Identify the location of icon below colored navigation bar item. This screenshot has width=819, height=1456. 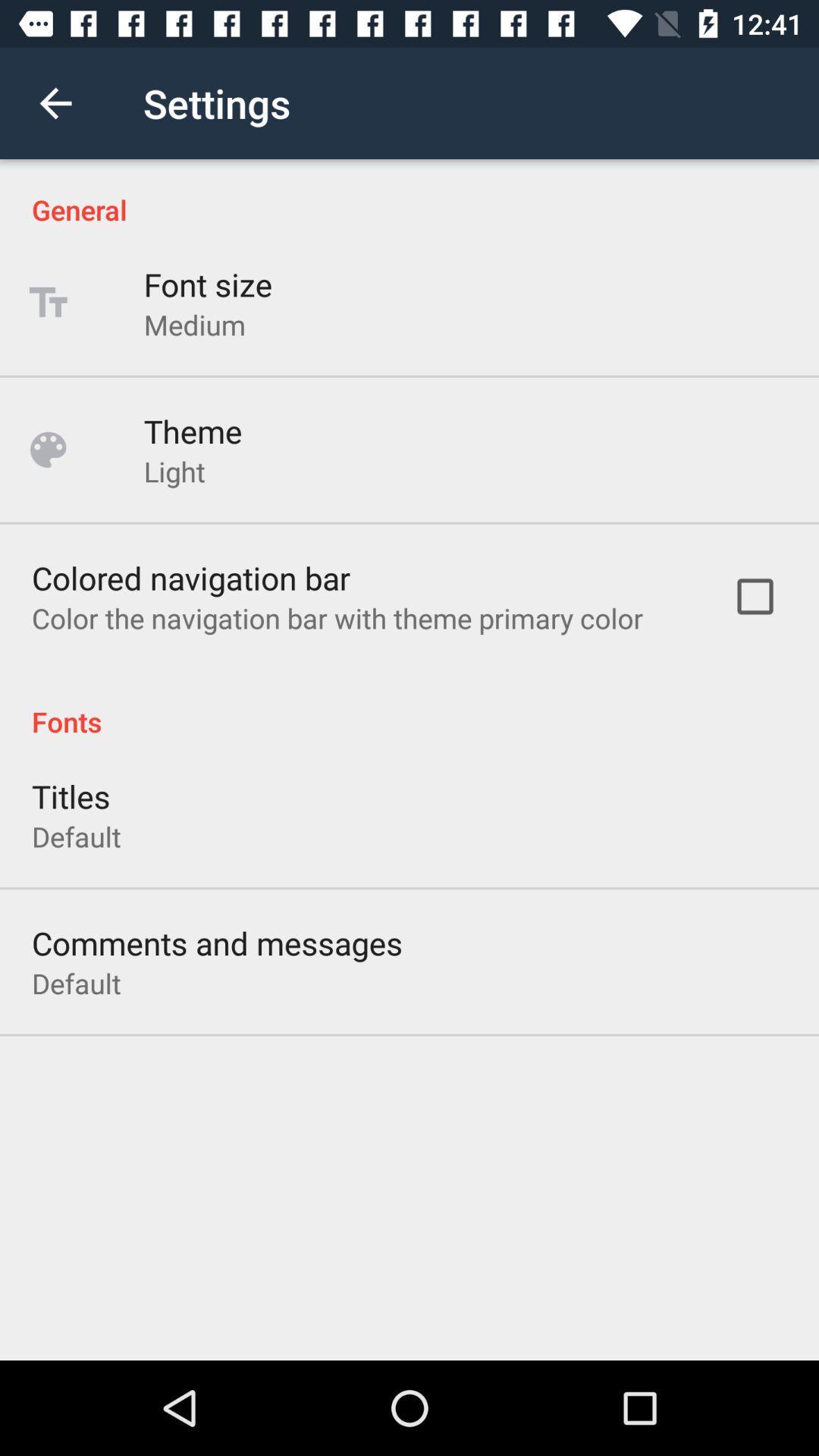
(337, 618).